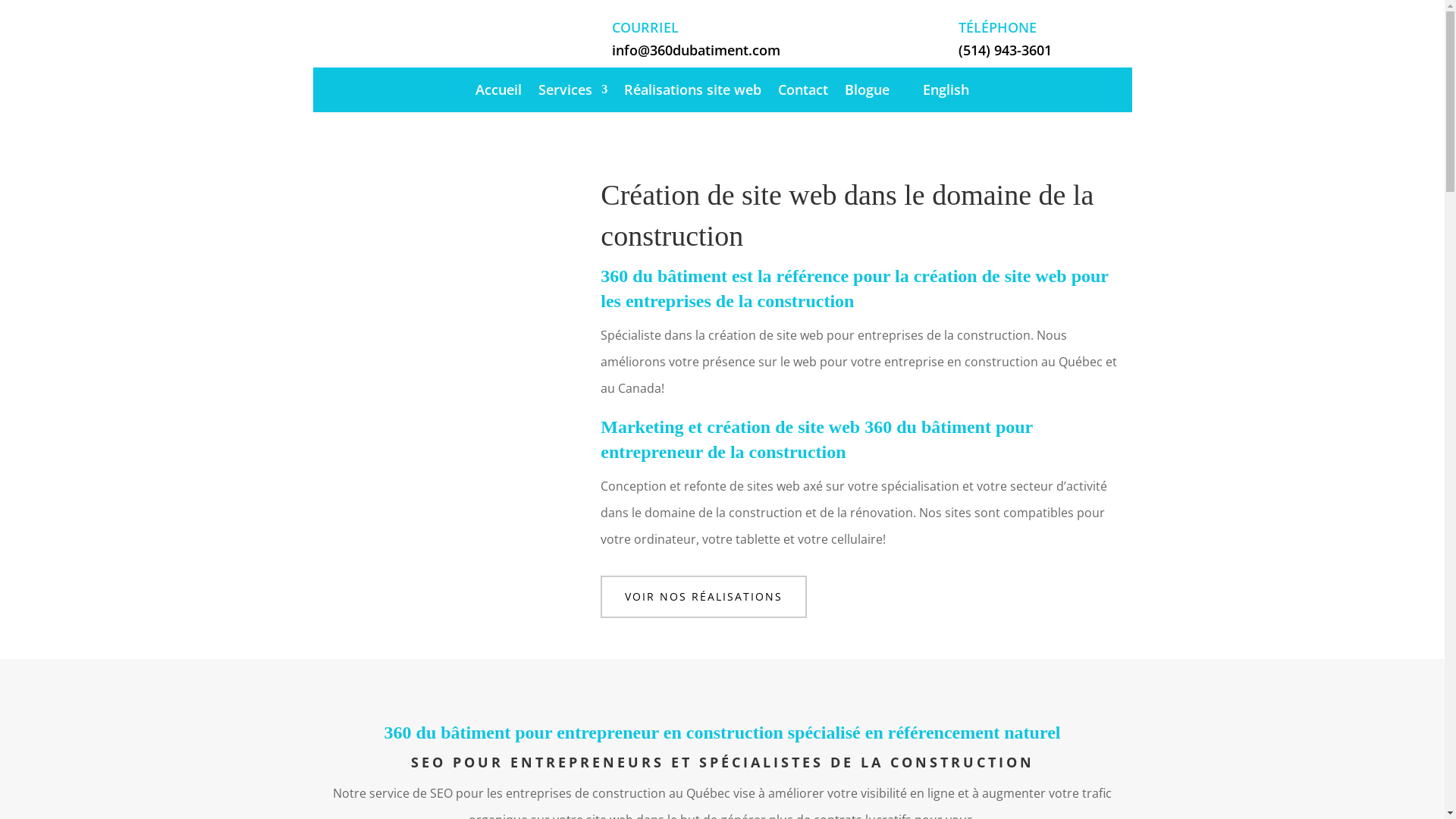 The height and width of the screenshot is (819, 1456). I want to click on '(514) 943-3601', so click(1005, 49).